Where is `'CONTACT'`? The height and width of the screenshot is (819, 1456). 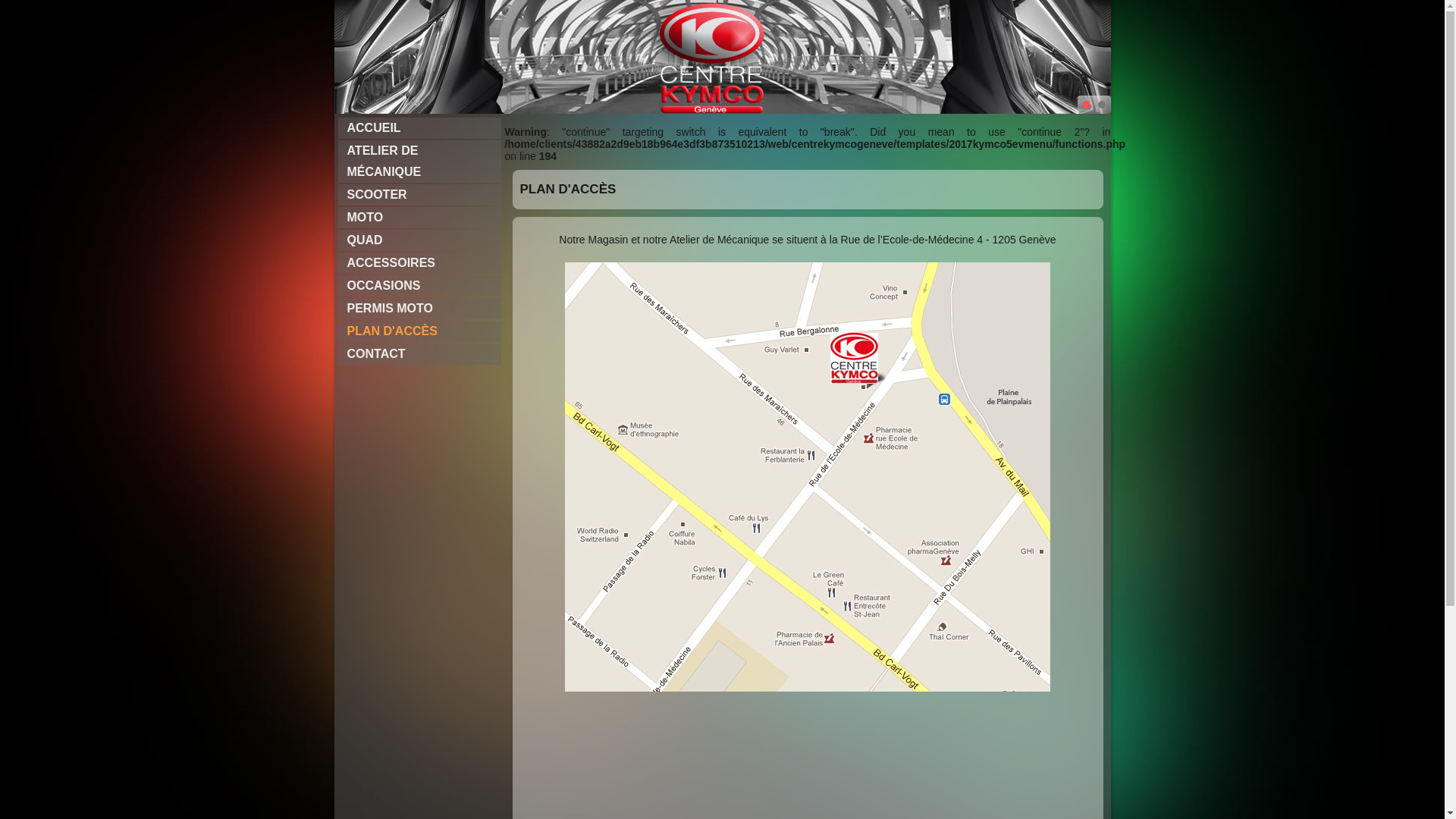
'CONTACT' is located at coordinates (419, 353).